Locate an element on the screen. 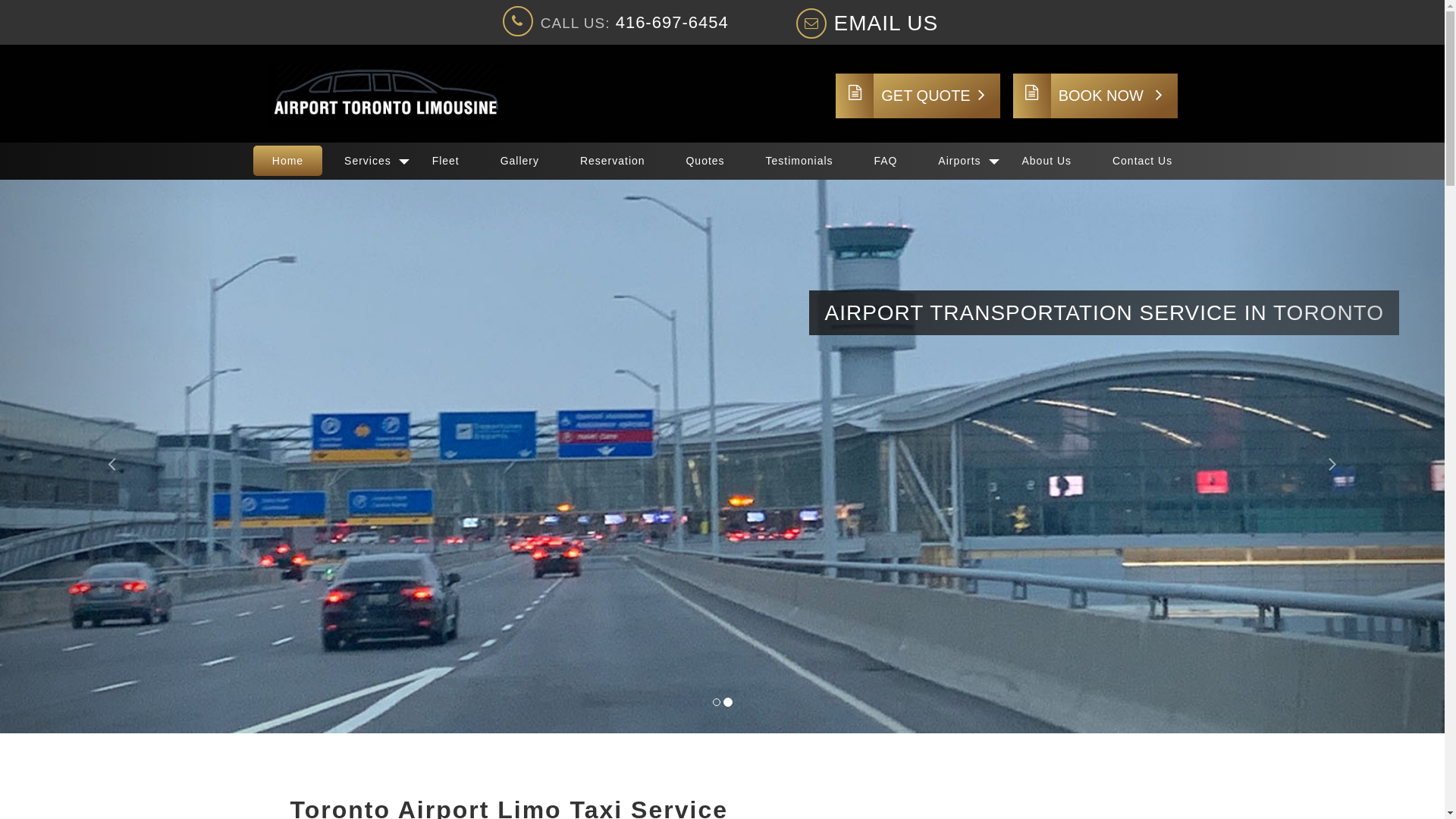  'GET QUOTE' is located at coordinates (835, 96).